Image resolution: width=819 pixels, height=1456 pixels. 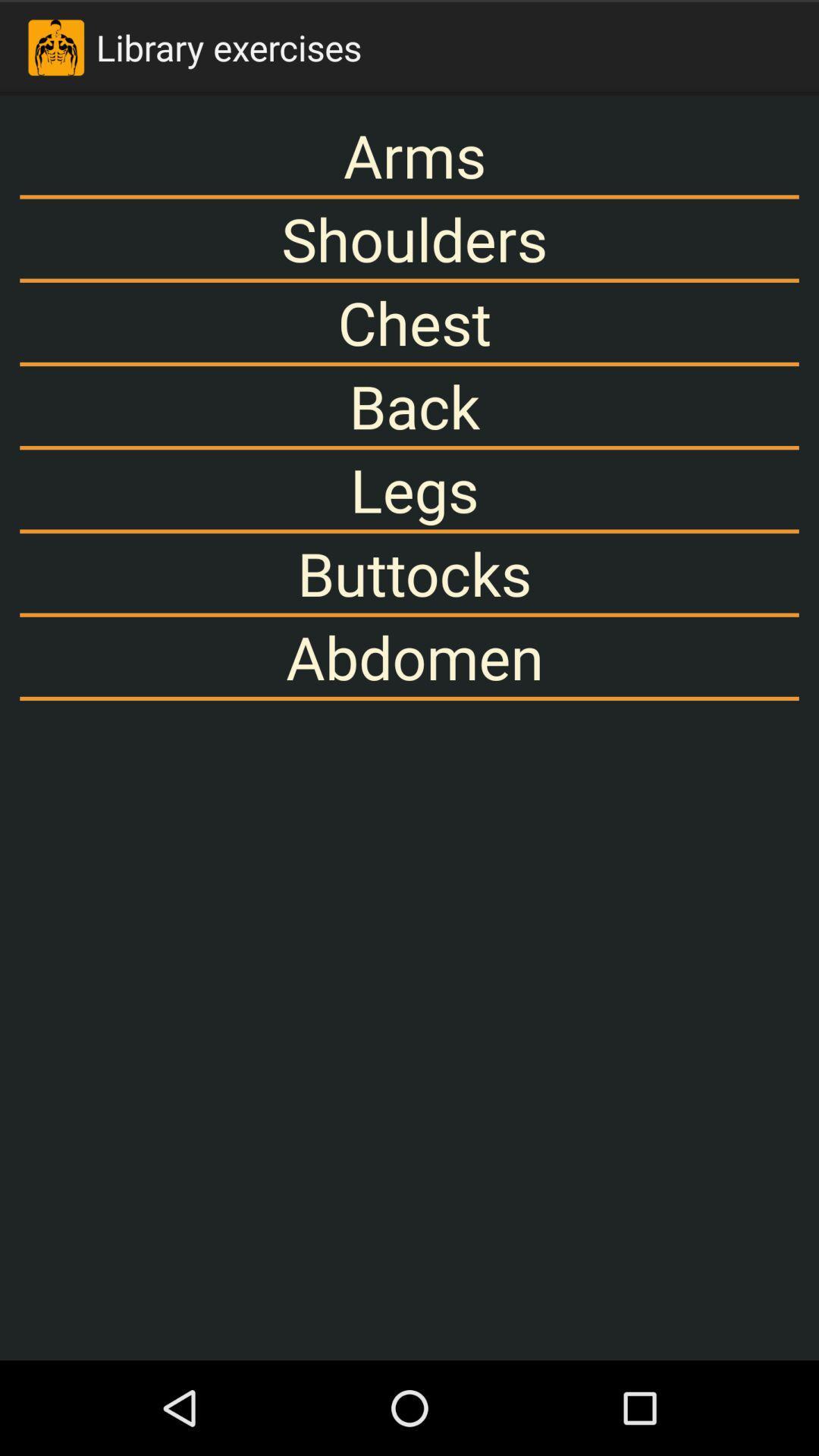 I want to click on the item below the back, so click(x=409, y=489).